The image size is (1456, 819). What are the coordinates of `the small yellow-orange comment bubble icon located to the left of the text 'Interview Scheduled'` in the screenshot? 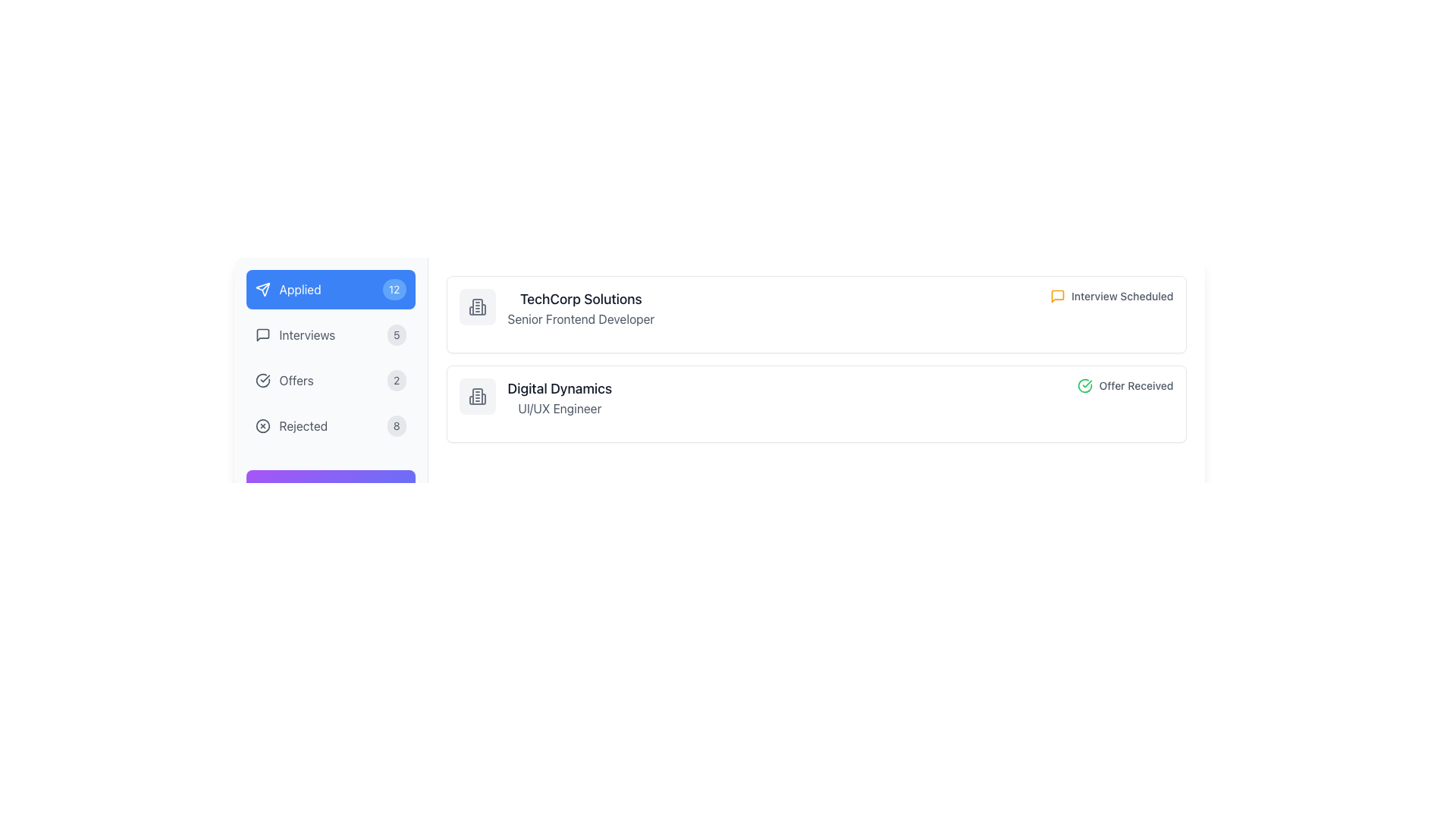 It's located at (1057, 296).